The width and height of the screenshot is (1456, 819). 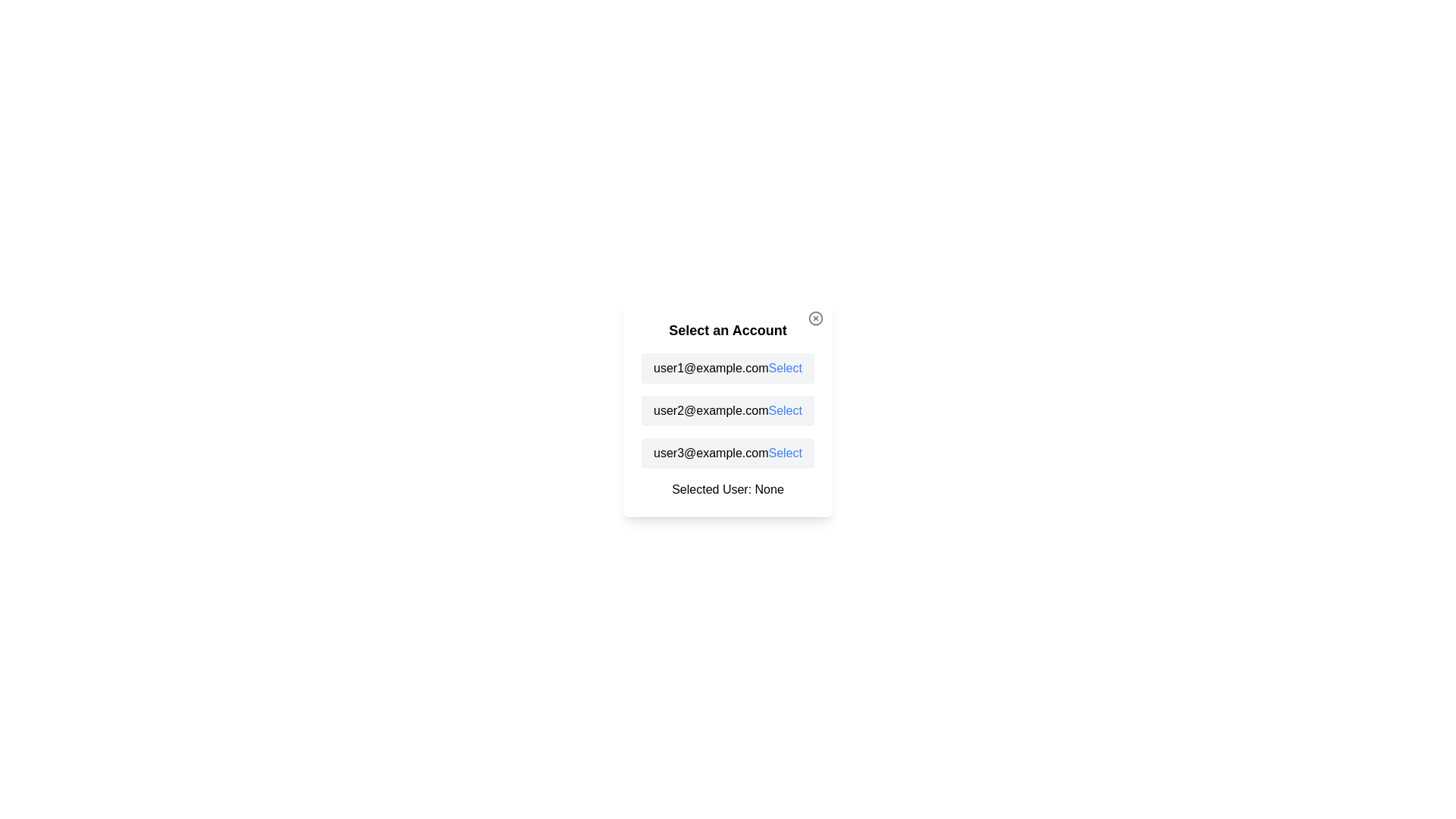 I want to click on close button to close the dialog, so click(x=814, y=318).